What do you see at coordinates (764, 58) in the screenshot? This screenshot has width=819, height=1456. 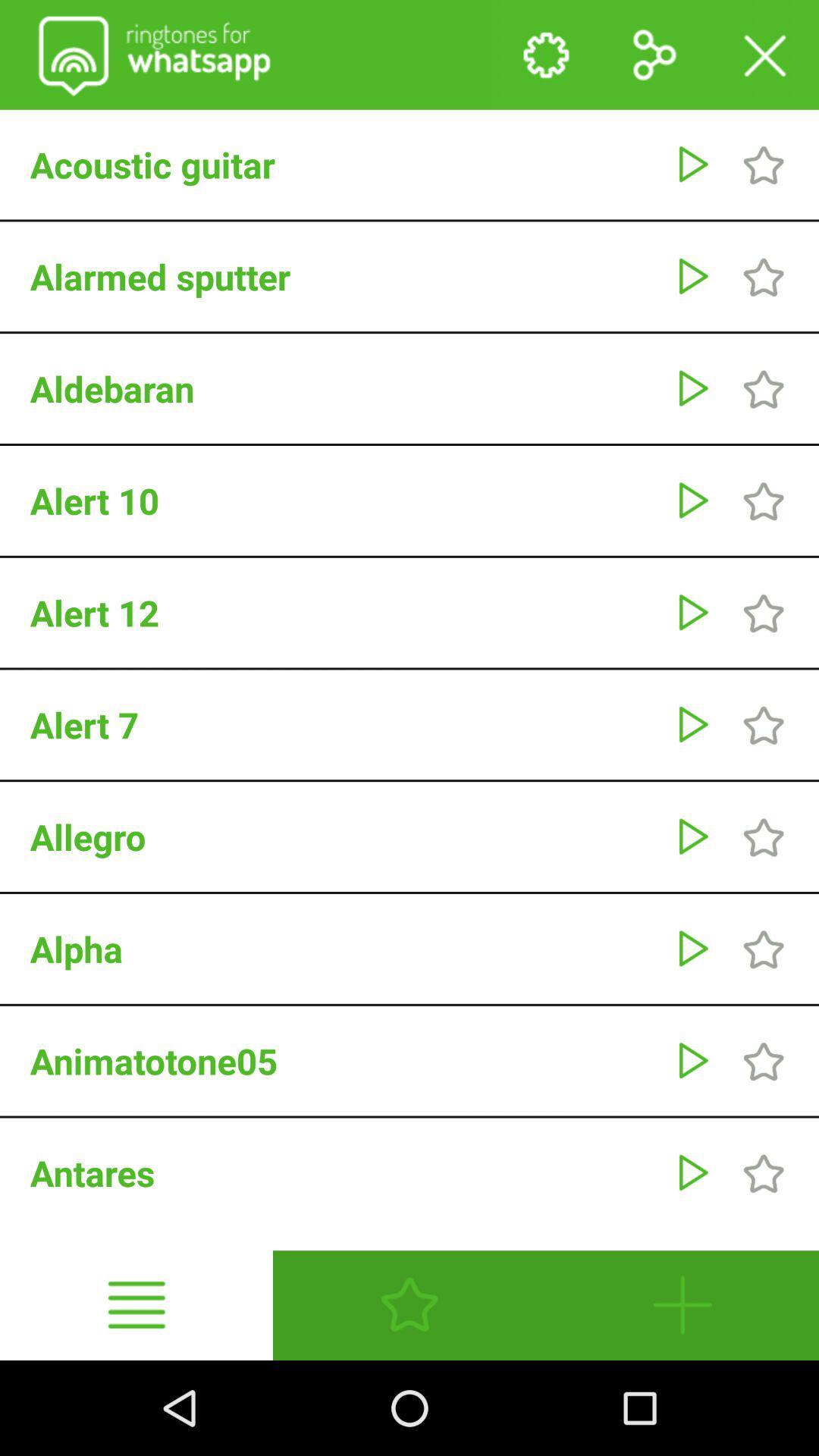 I see `the close icon` at bounding box center [764, 58].